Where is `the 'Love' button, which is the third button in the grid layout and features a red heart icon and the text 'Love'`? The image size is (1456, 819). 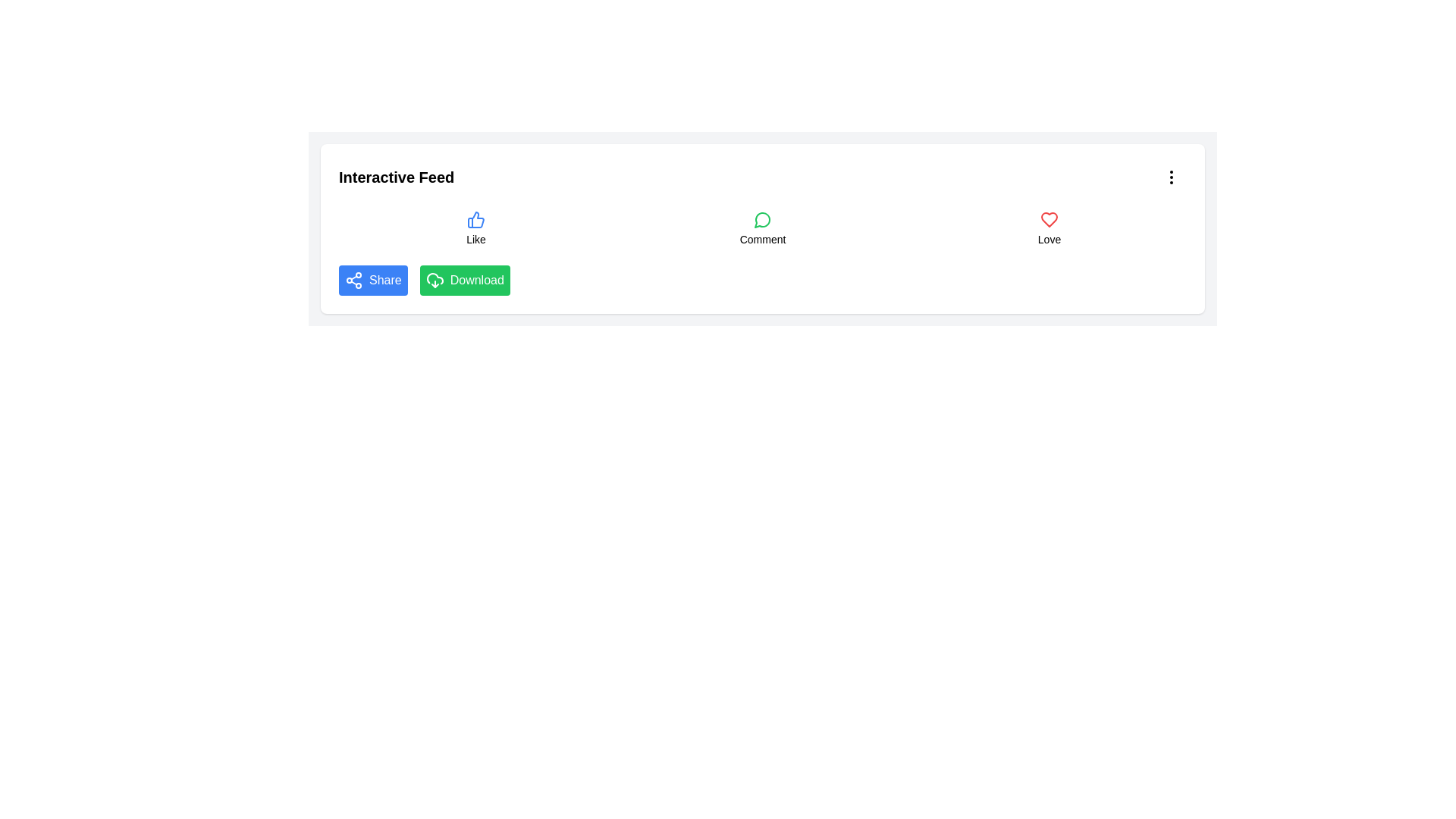
the 'Love' button, which is the third button in the grid layout and features a red heart icon and the text 'Love' is located at coordinates (1048, 228).